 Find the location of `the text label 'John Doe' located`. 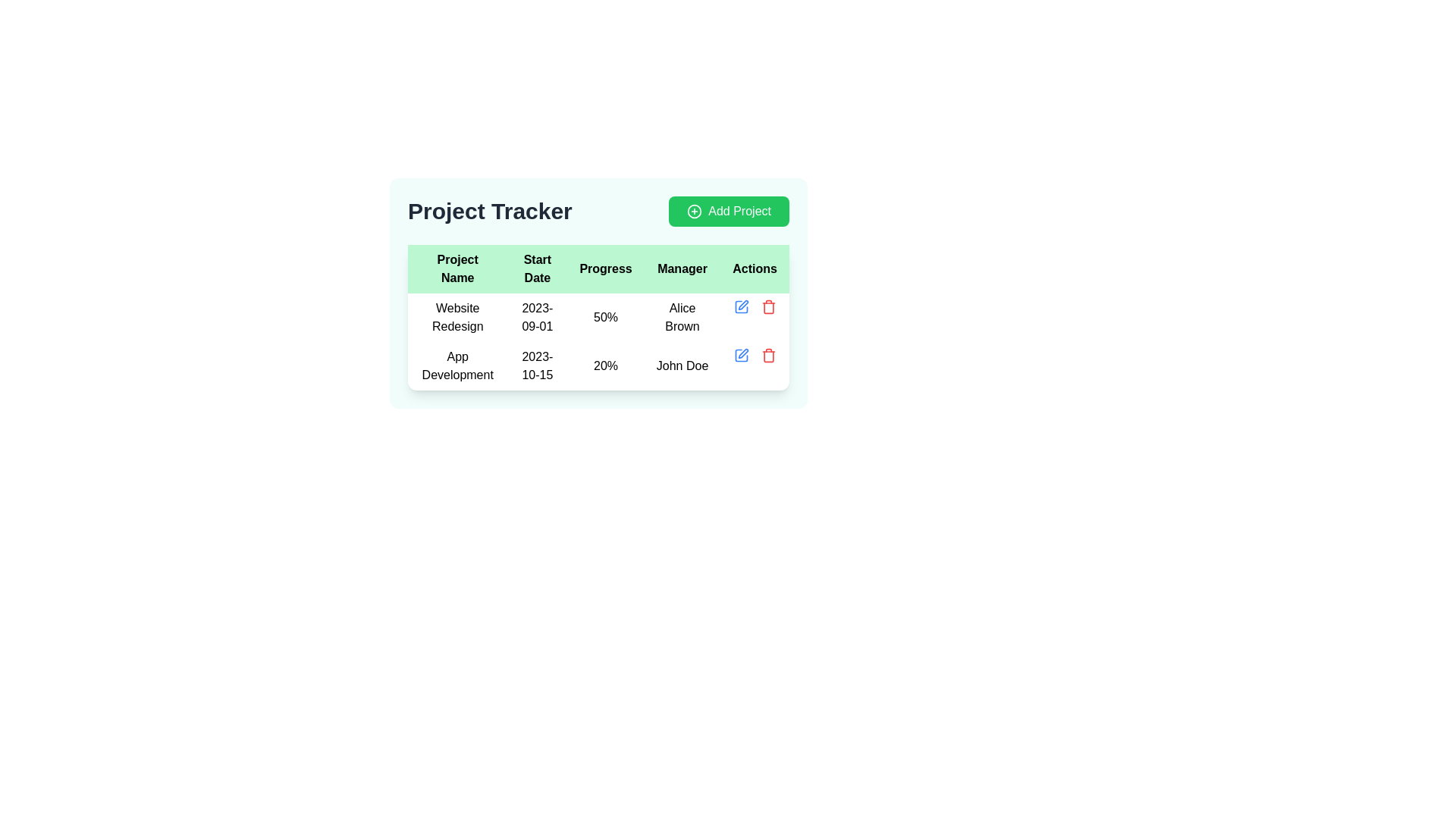

the text label 'John Doe' located is located at coordinates (682, 366).